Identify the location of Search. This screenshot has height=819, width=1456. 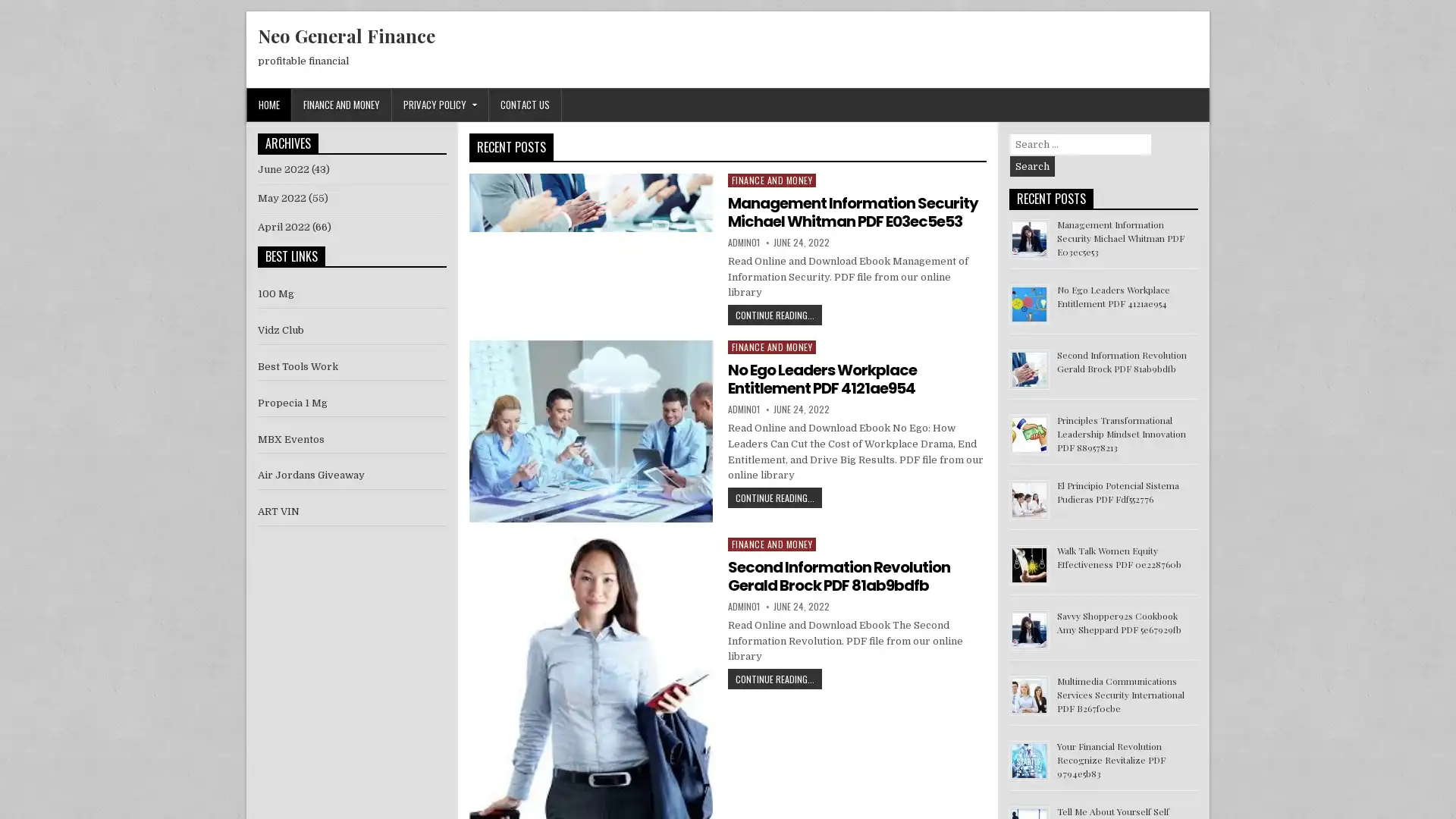
(1031, 166).